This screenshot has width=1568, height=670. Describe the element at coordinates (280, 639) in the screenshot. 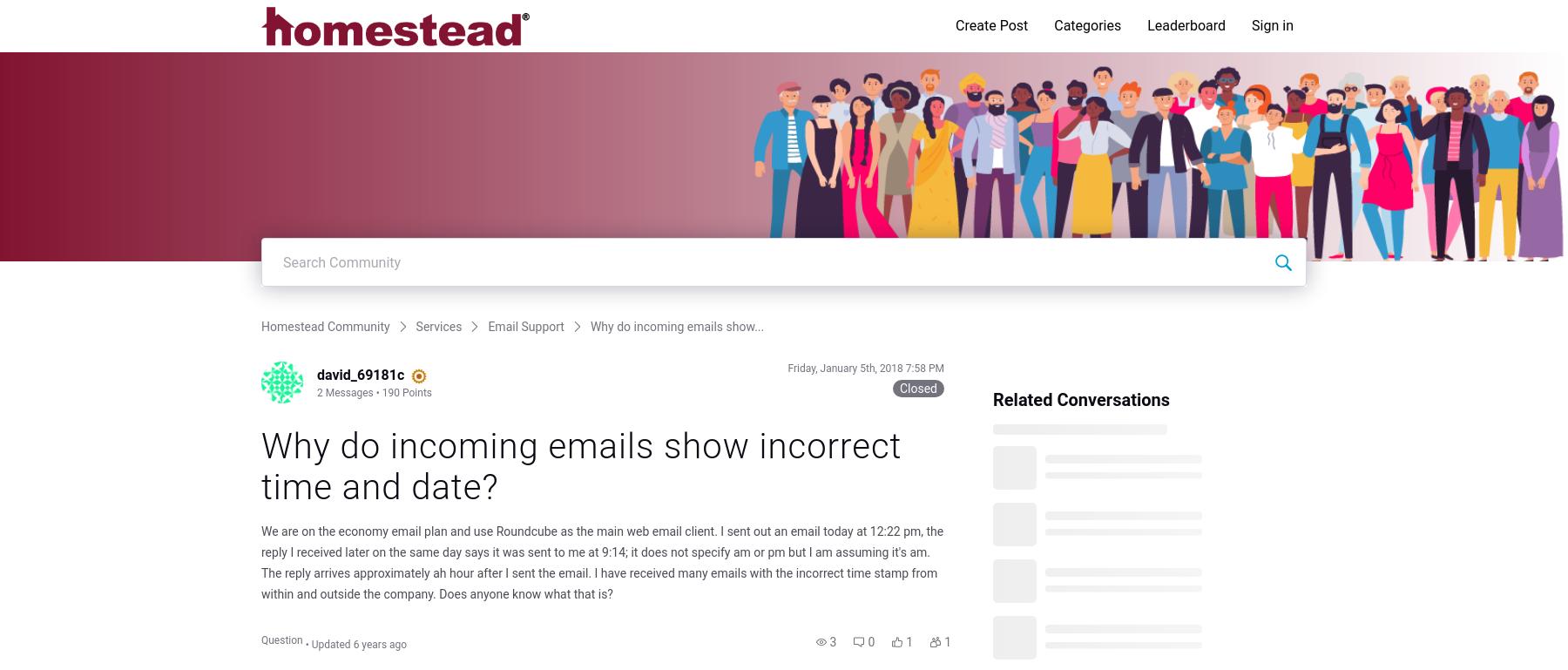

I see `'Question'` at that location.